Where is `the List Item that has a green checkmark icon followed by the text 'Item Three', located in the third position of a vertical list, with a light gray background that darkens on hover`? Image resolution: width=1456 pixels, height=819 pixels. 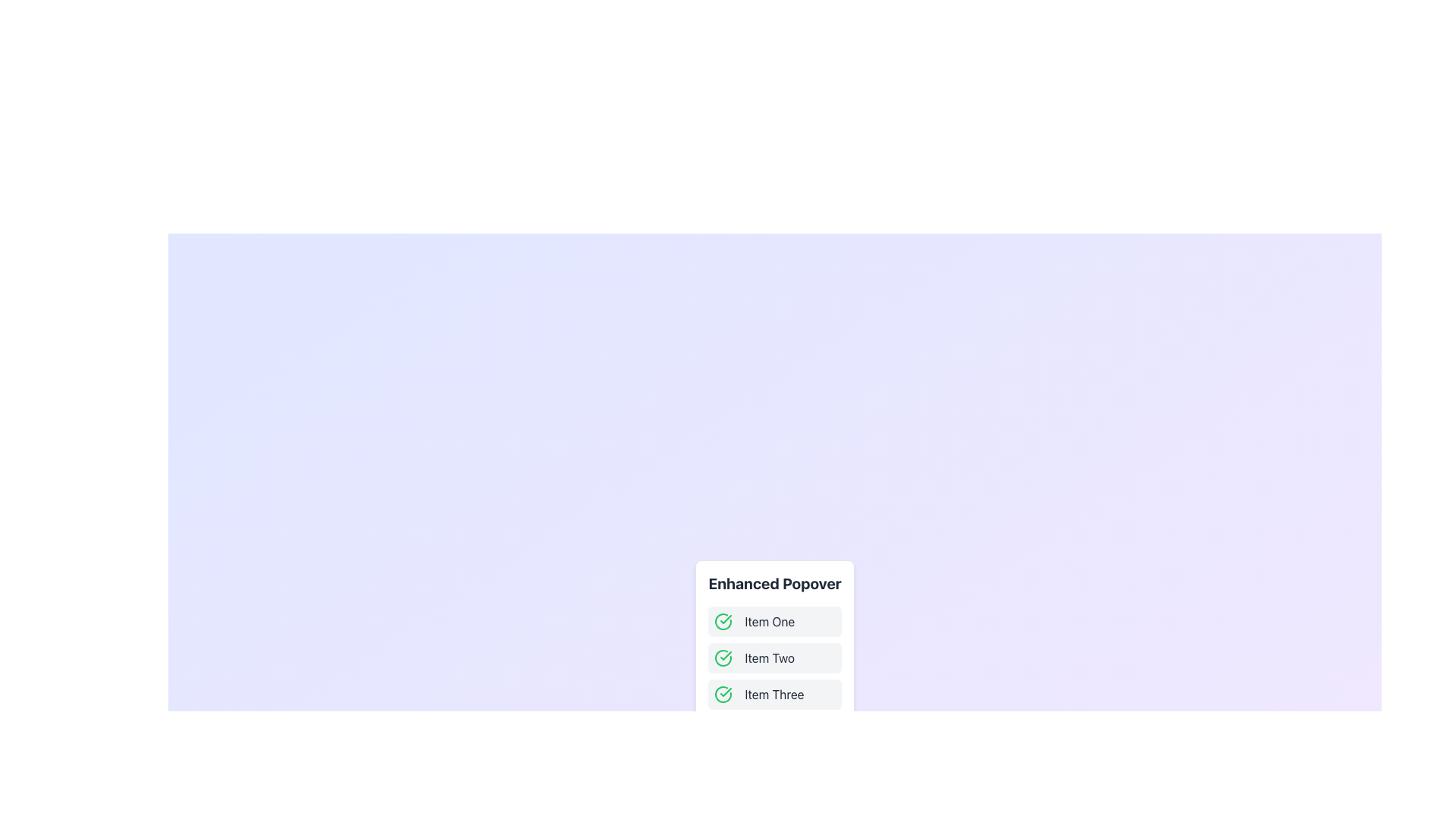
the List Item that has a green checkmark icon followed by the text 'Item Three', located in the third position of a vertical list, with a light gray background that darkens on hover is located at coordinates (775, 694).